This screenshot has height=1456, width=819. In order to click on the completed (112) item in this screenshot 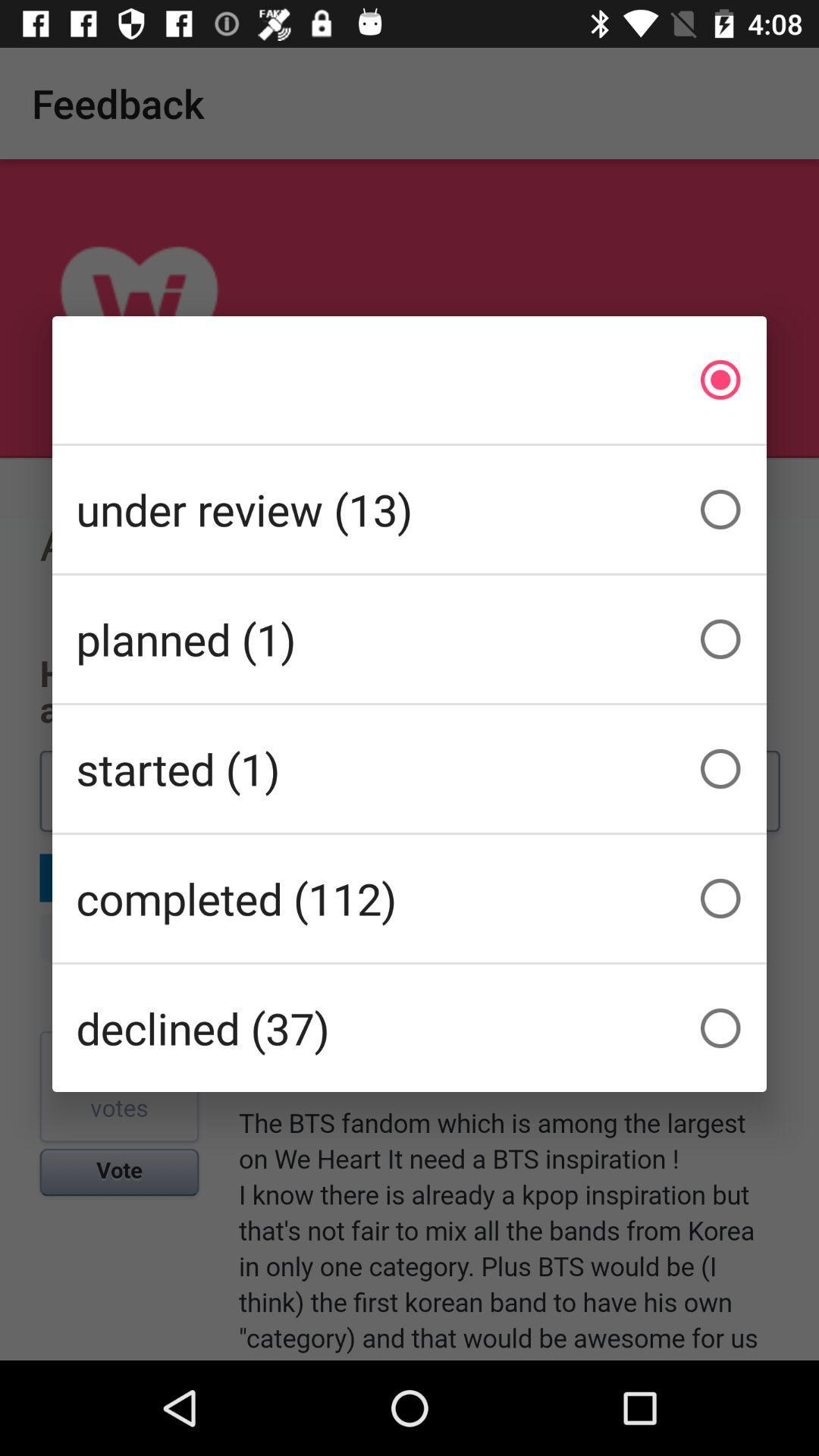, I will do `click(409, 899)`.